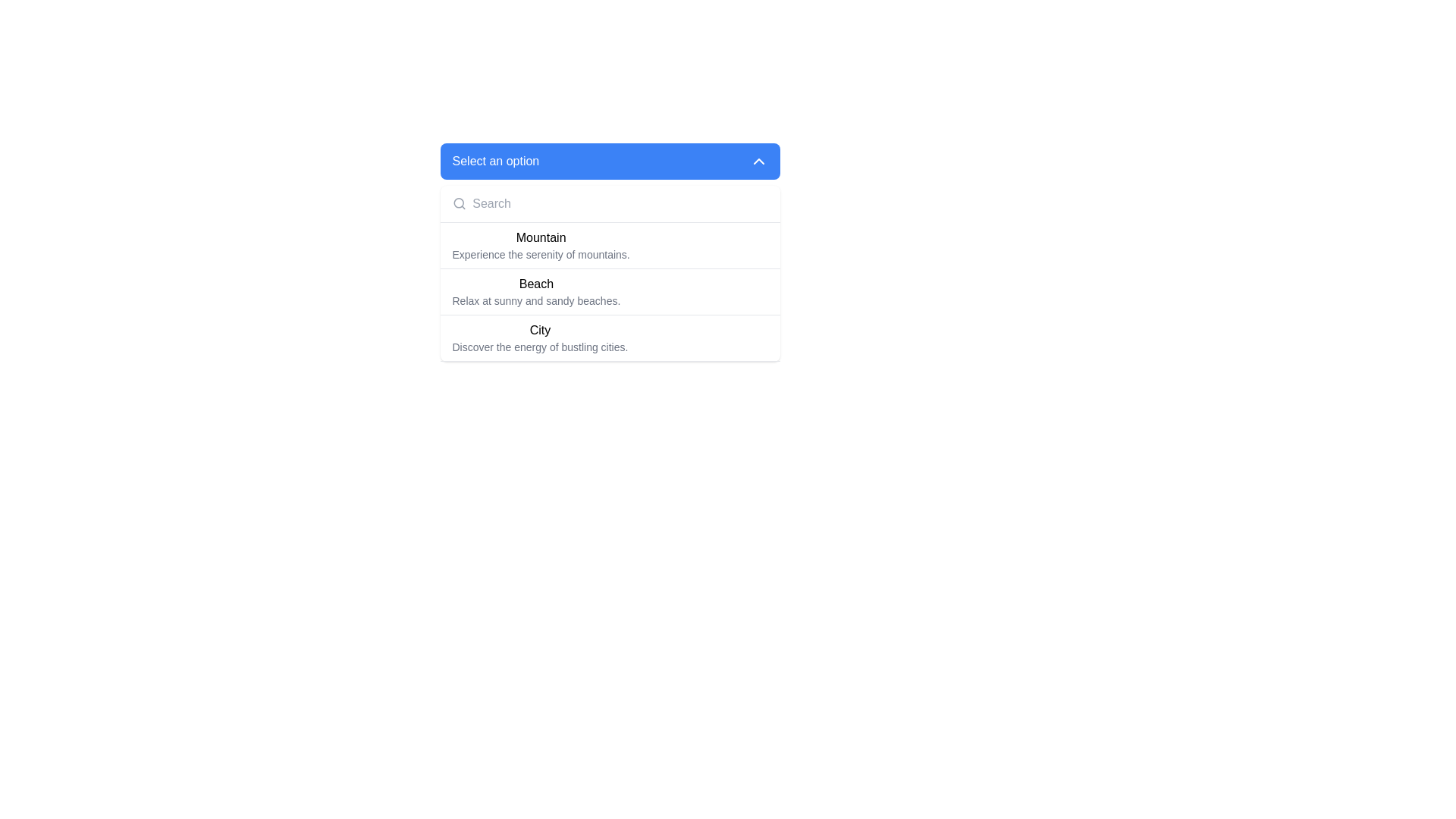 Image resolution: width=1456 pixels, height=819 pixels. What do you see at coordinates (541, 245) in the screenshot?
I see `the 'Mountain' option in the dropdown menu` at bounding box center [541, 245].